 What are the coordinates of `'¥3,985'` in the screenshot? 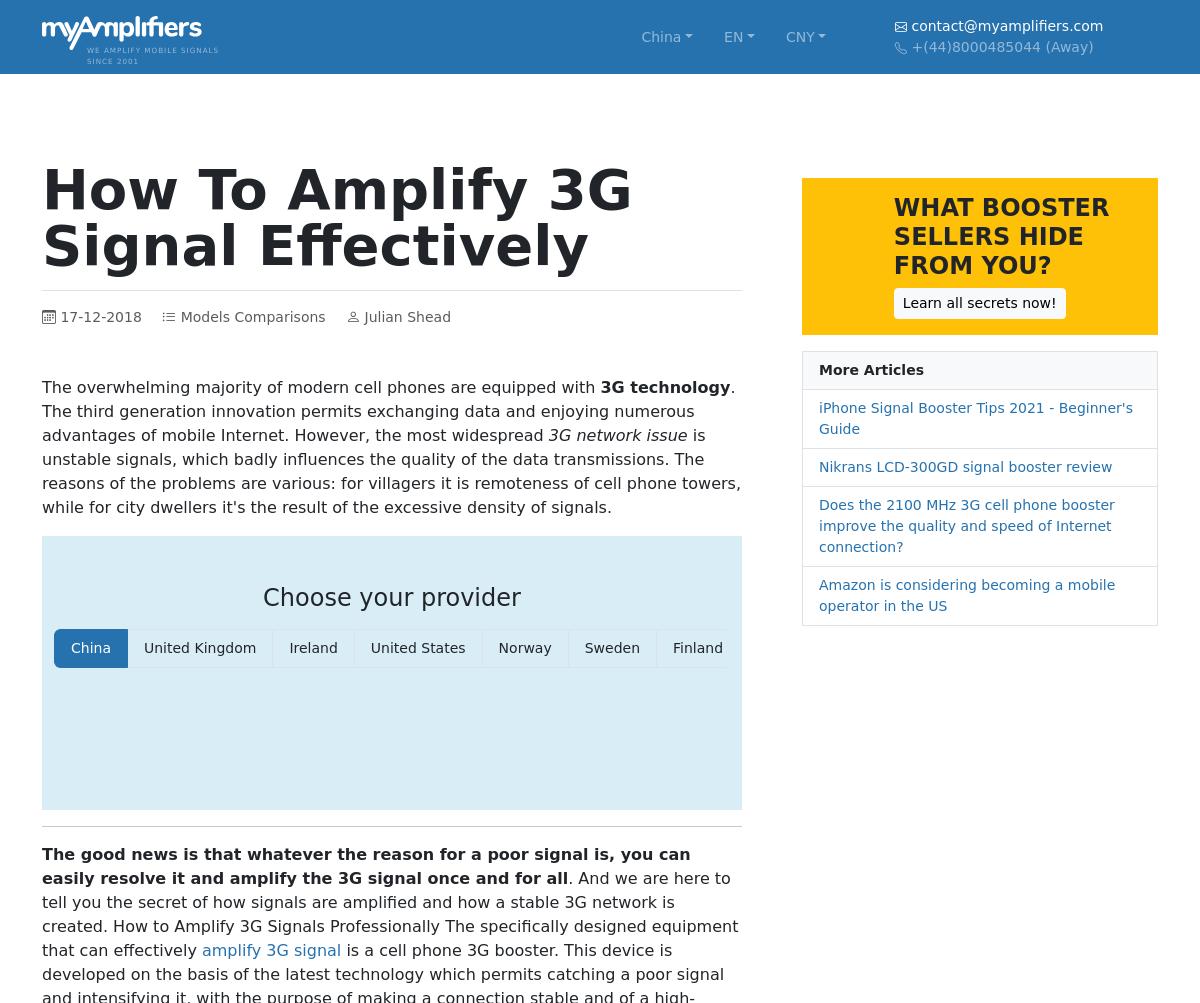 It's located at (1005, 360).